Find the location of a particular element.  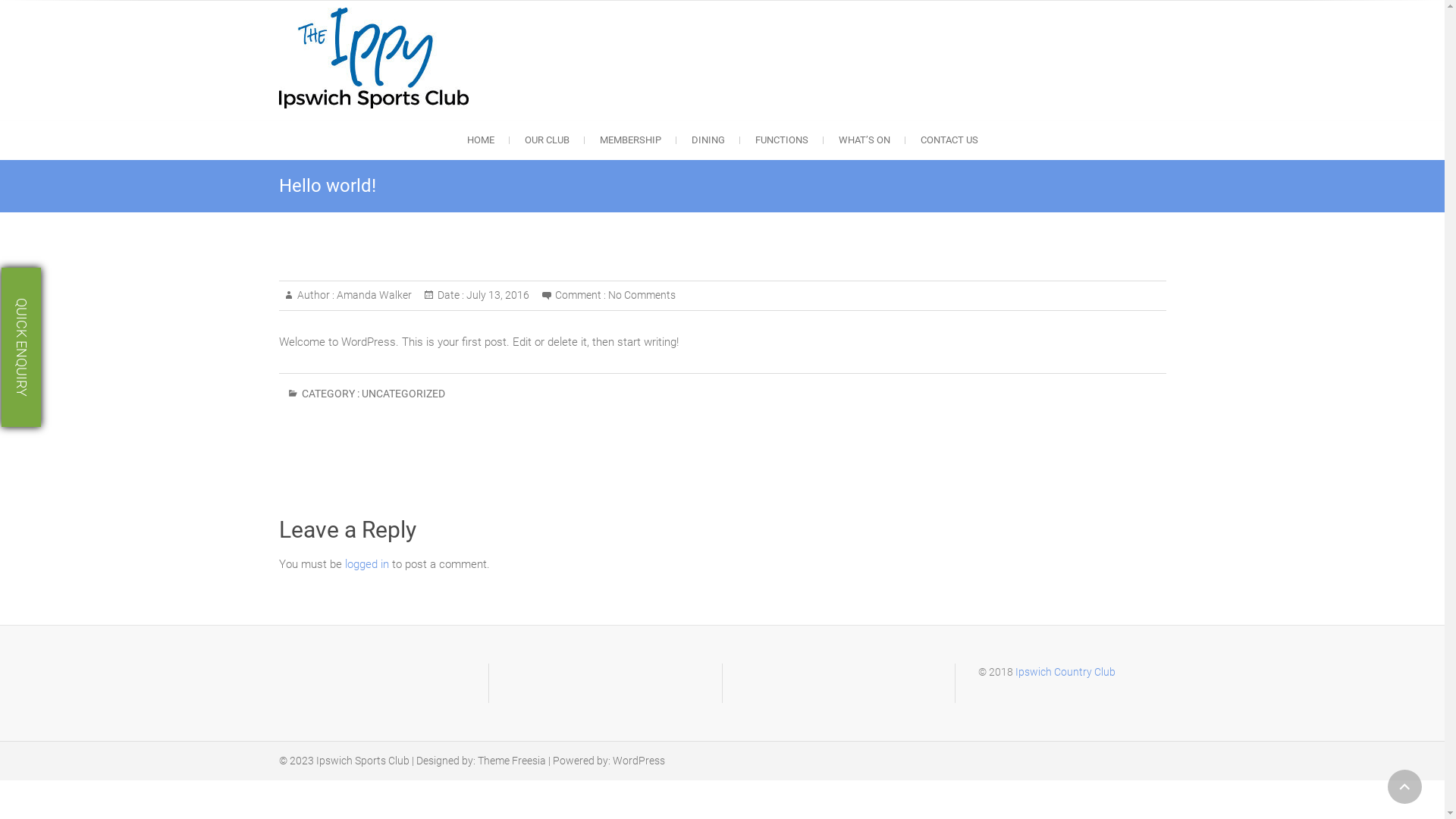

'DINING' is located at coordinates (708, 140).